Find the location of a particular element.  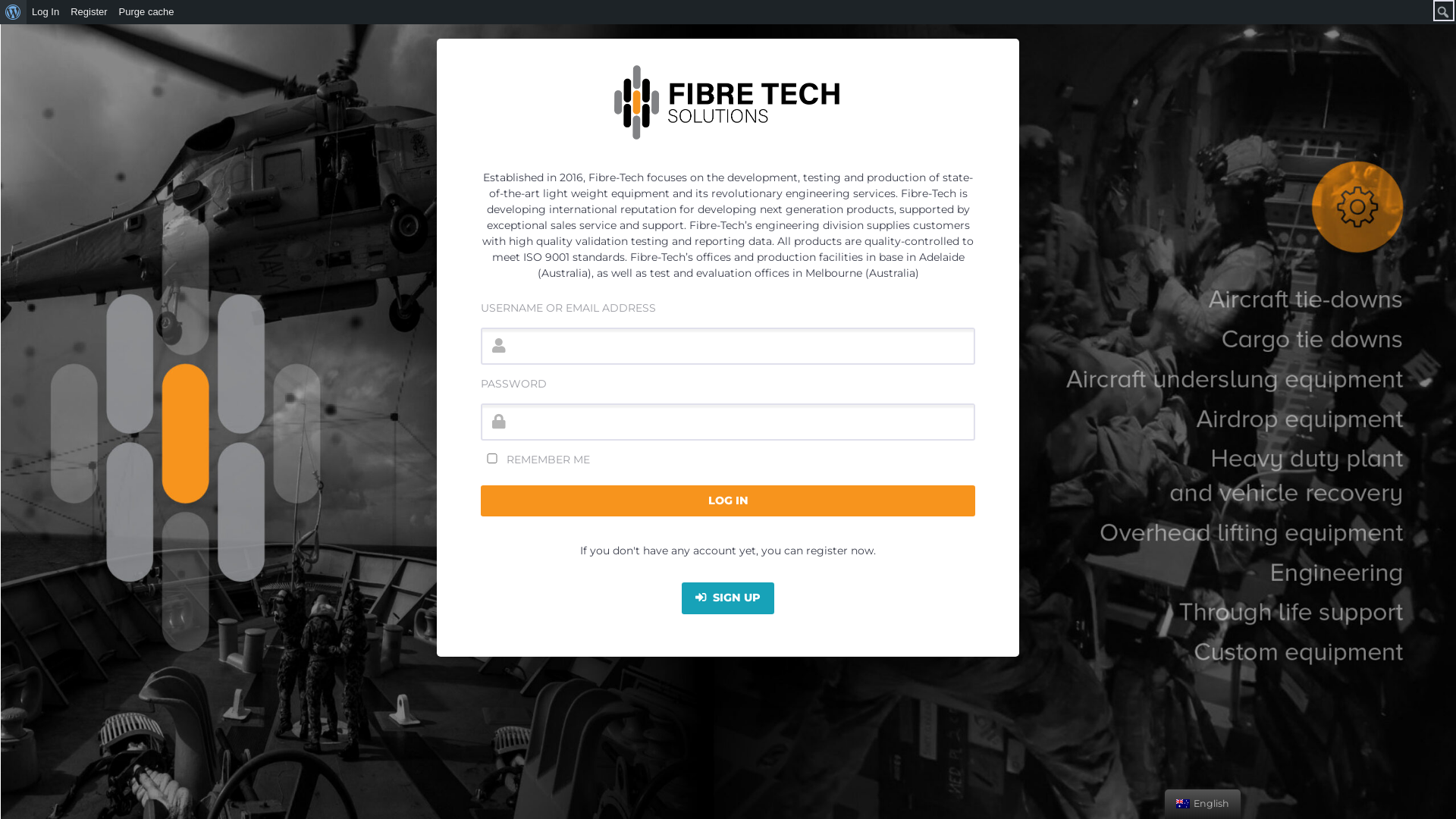

'English' is located at coordinates (1182, 803).